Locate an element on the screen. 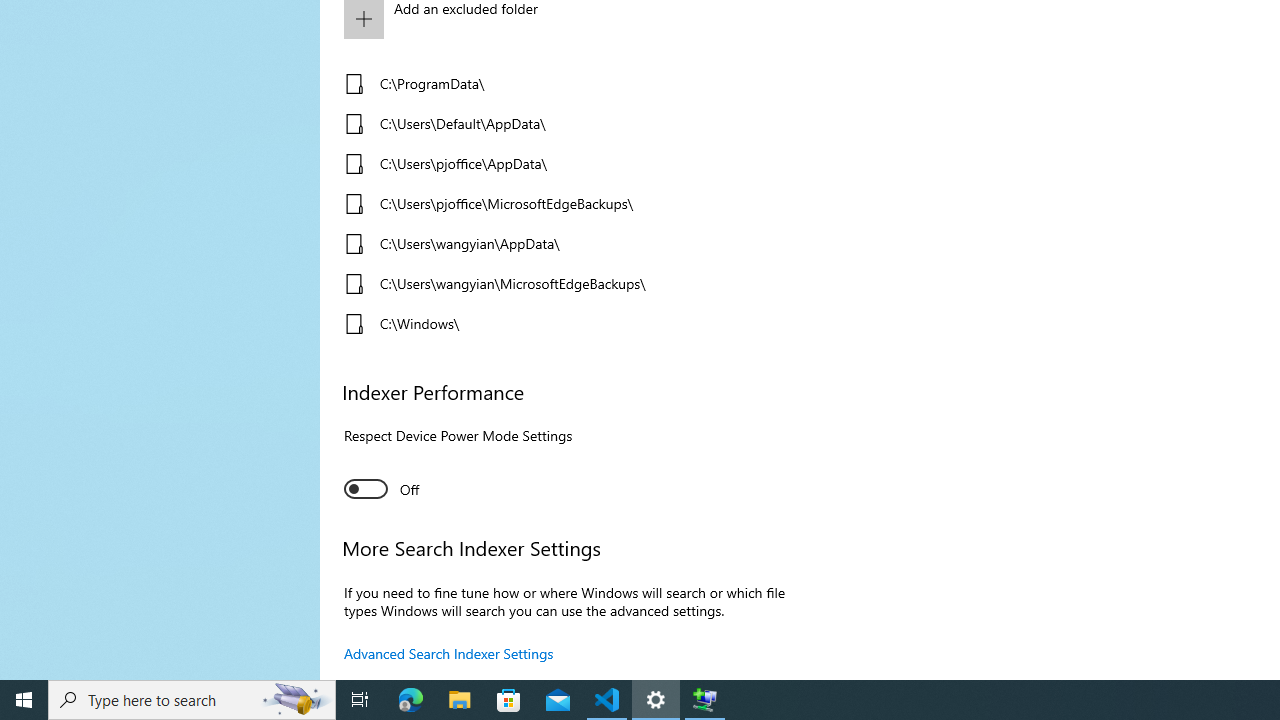 Image resolution: width=1280 pixels, height=720 pixels. 'Microsoft Edge' is located at coordinates (410, 698).